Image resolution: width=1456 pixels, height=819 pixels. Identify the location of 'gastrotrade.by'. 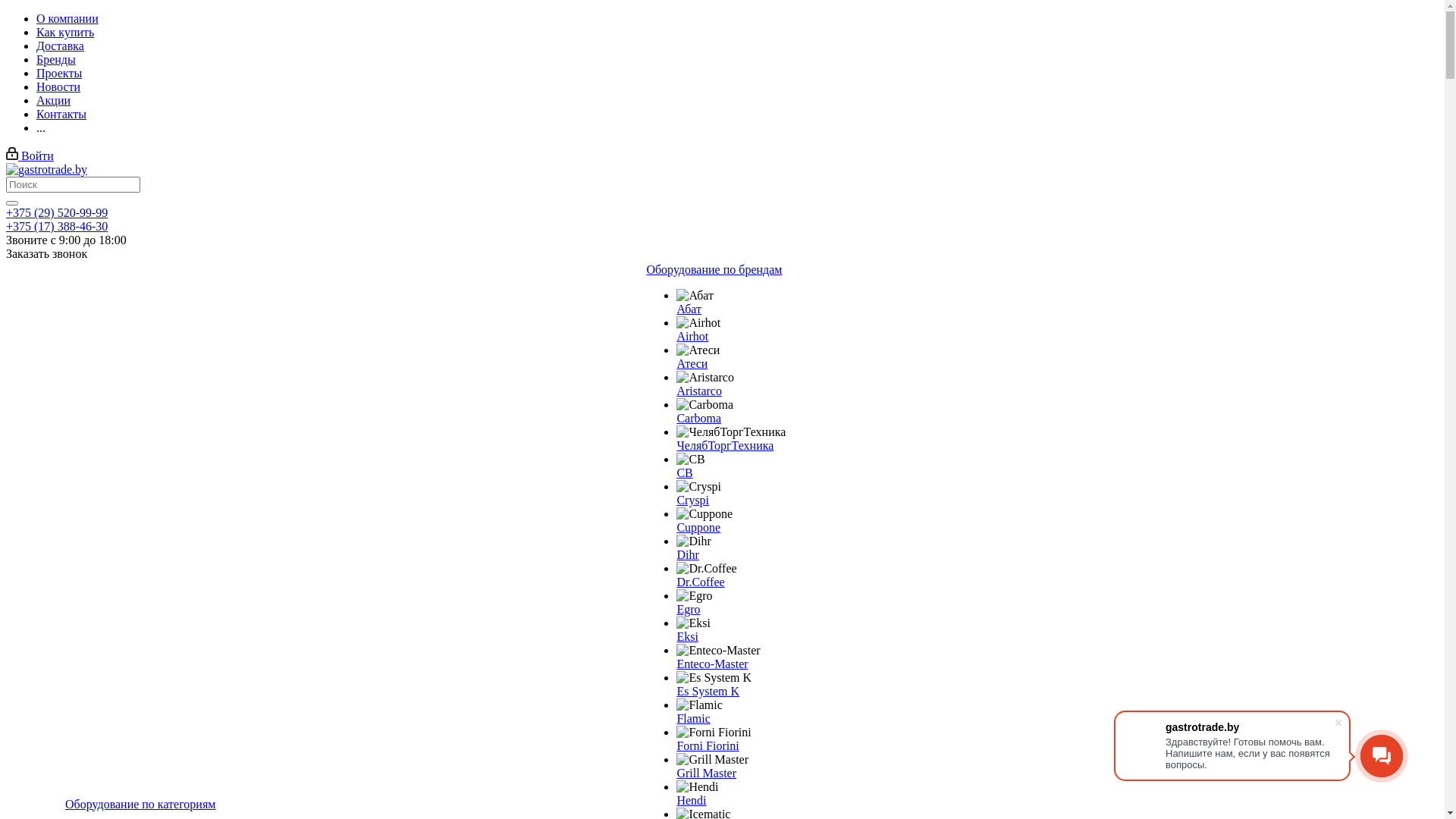
(46, 169).